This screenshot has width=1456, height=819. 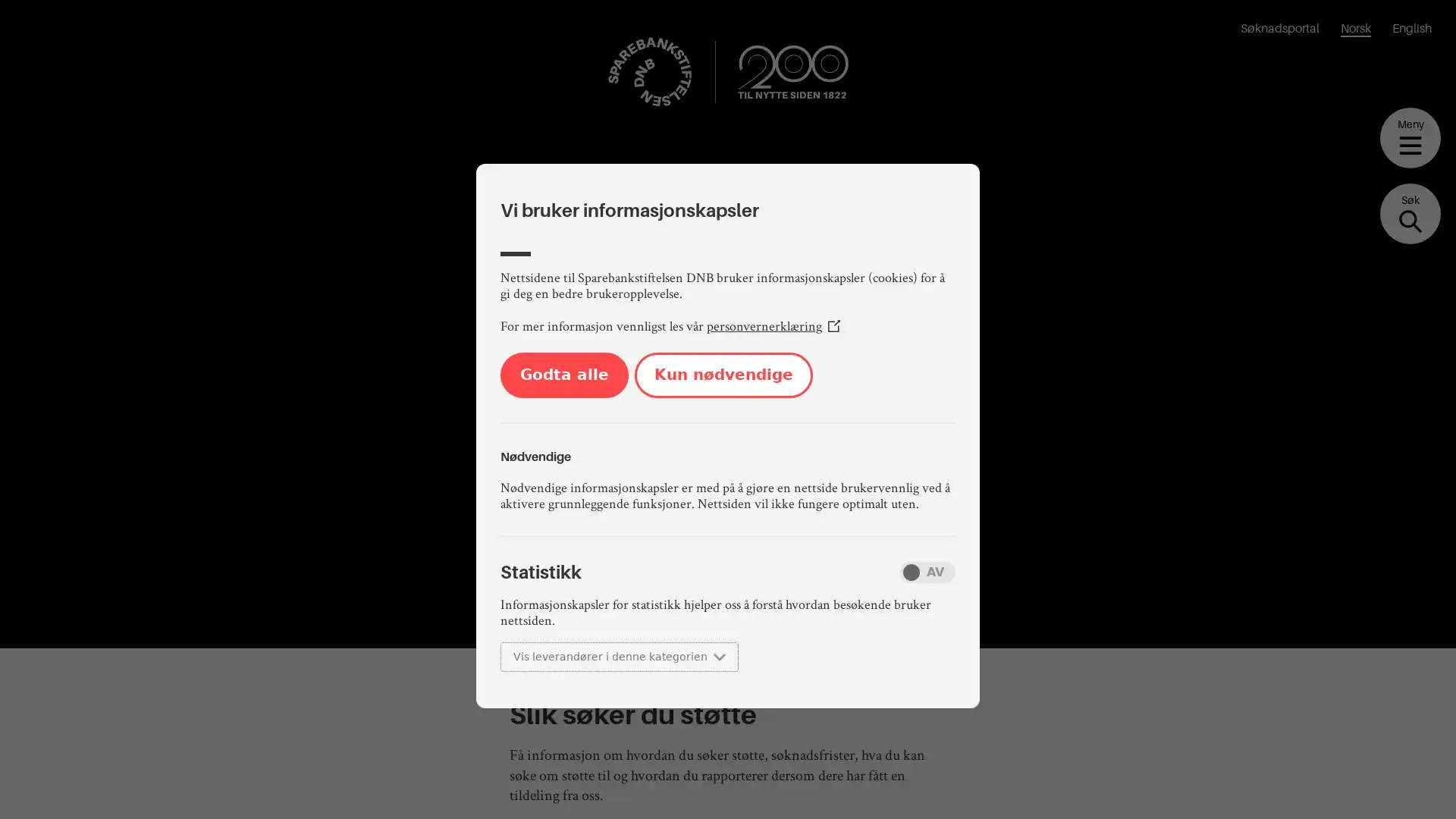 I want to click on Kun ndvendige, so click(x=723, y=375).